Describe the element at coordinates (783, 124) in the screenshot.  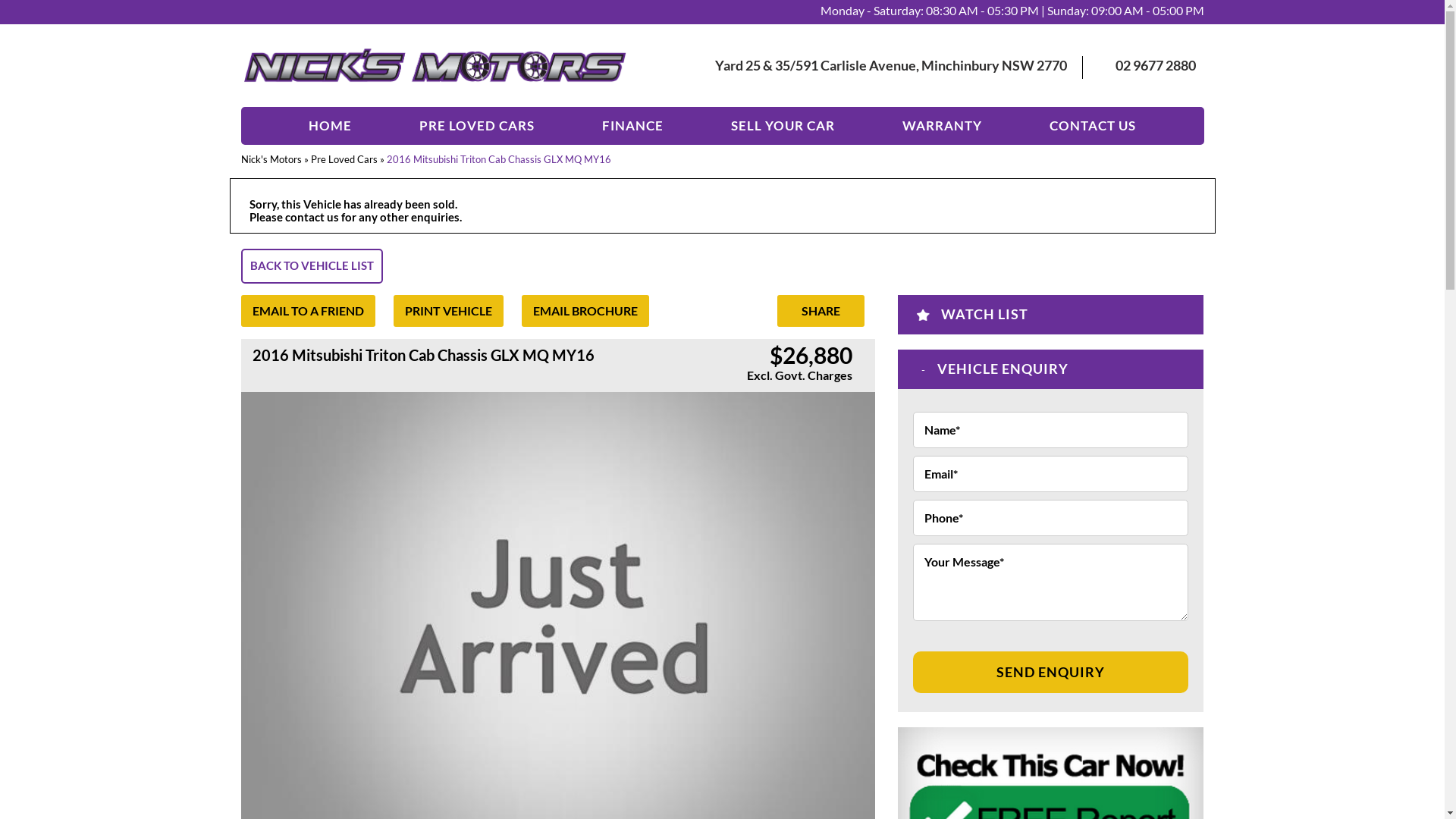
I see `'SELL YOUR CAR'` at that location.